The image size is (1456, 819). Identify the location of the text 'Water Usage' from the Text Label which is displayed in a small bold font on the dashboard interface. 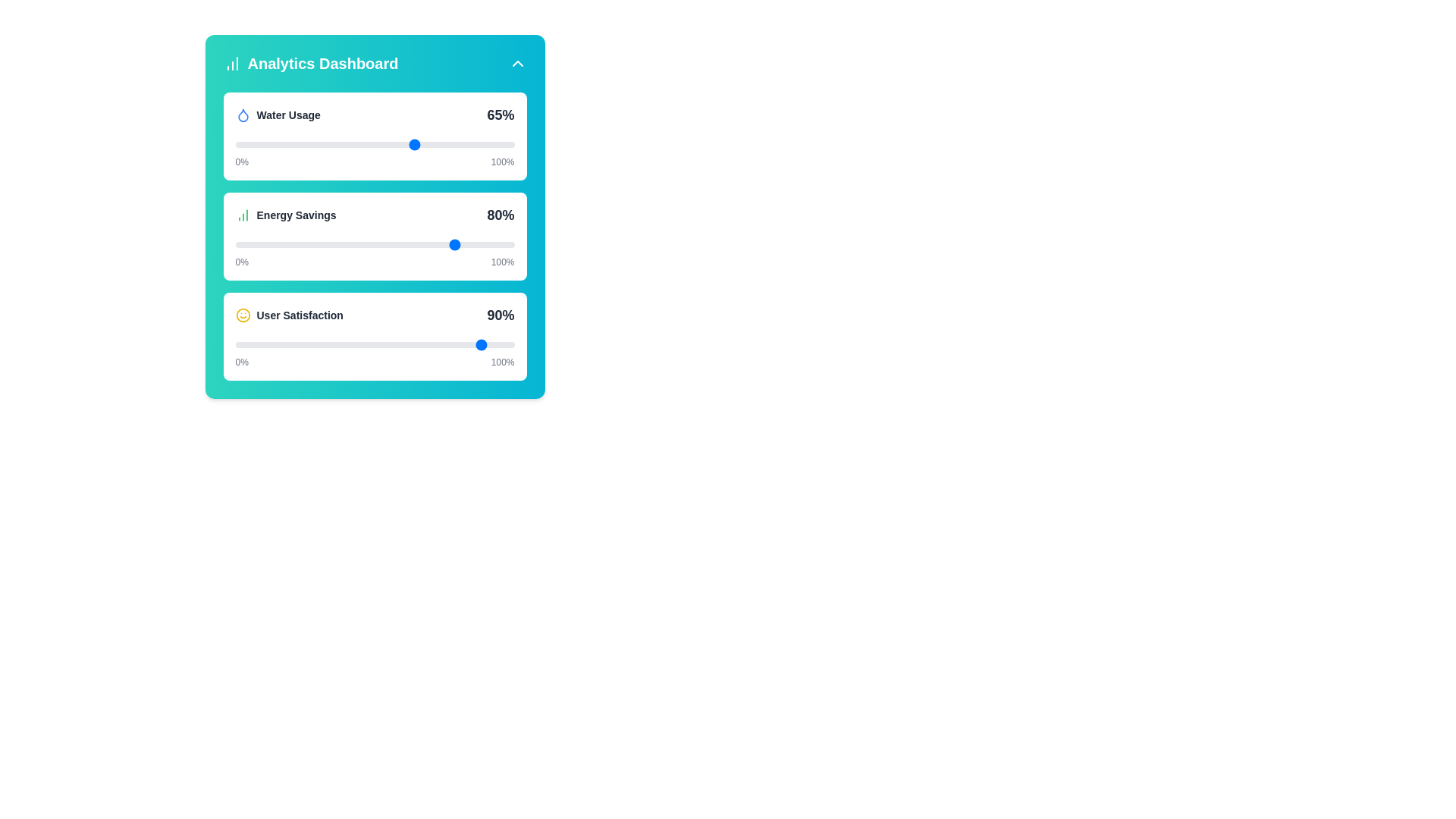
(288, 114).